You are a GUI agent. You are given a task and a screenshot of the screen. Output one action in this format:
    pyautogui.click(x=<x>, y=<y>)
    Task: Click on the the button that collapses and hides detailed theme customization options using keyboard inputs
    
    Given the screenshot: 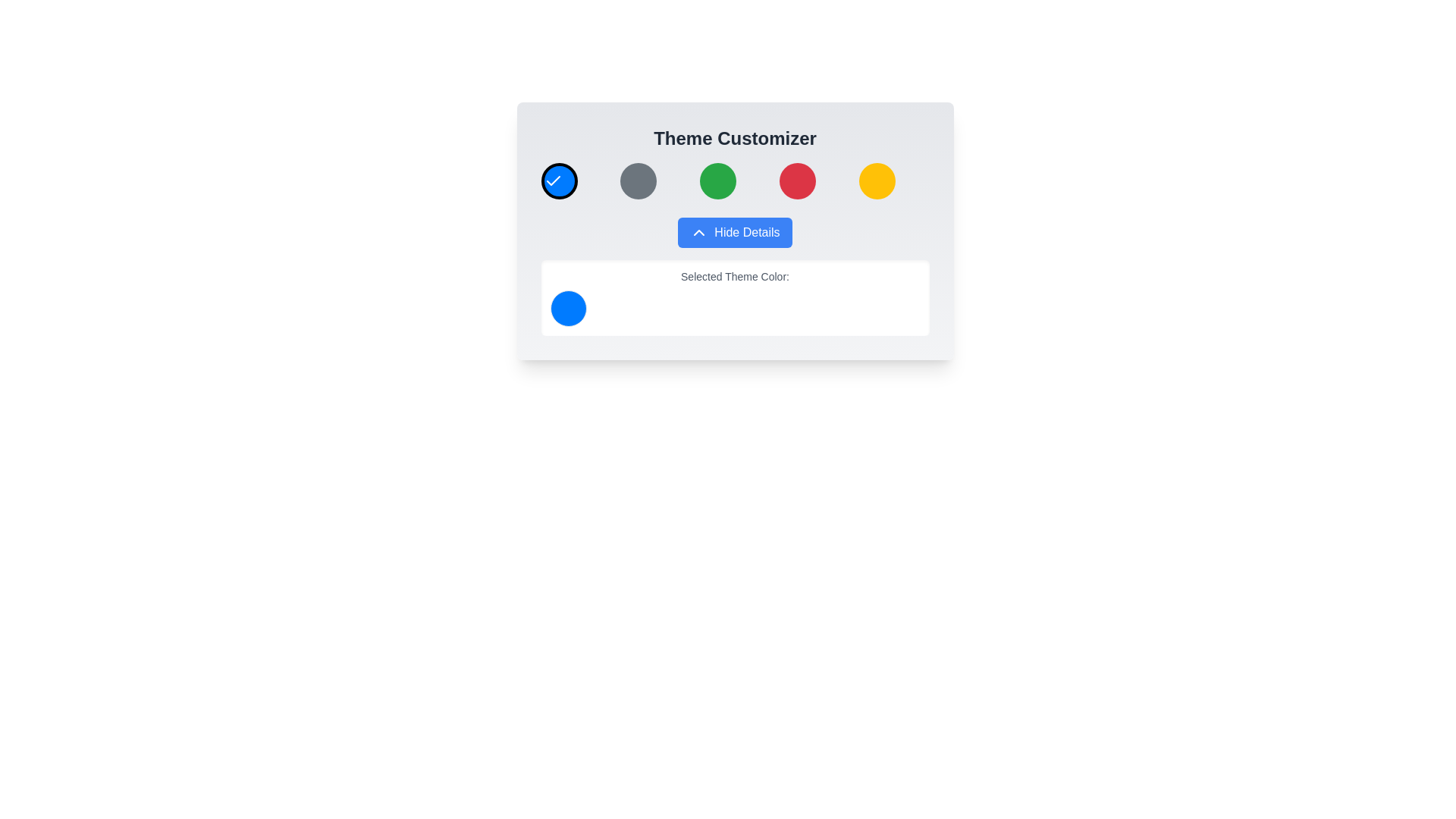 What is the action you would take?
    pyautogui.click(x=735, y=233)
    